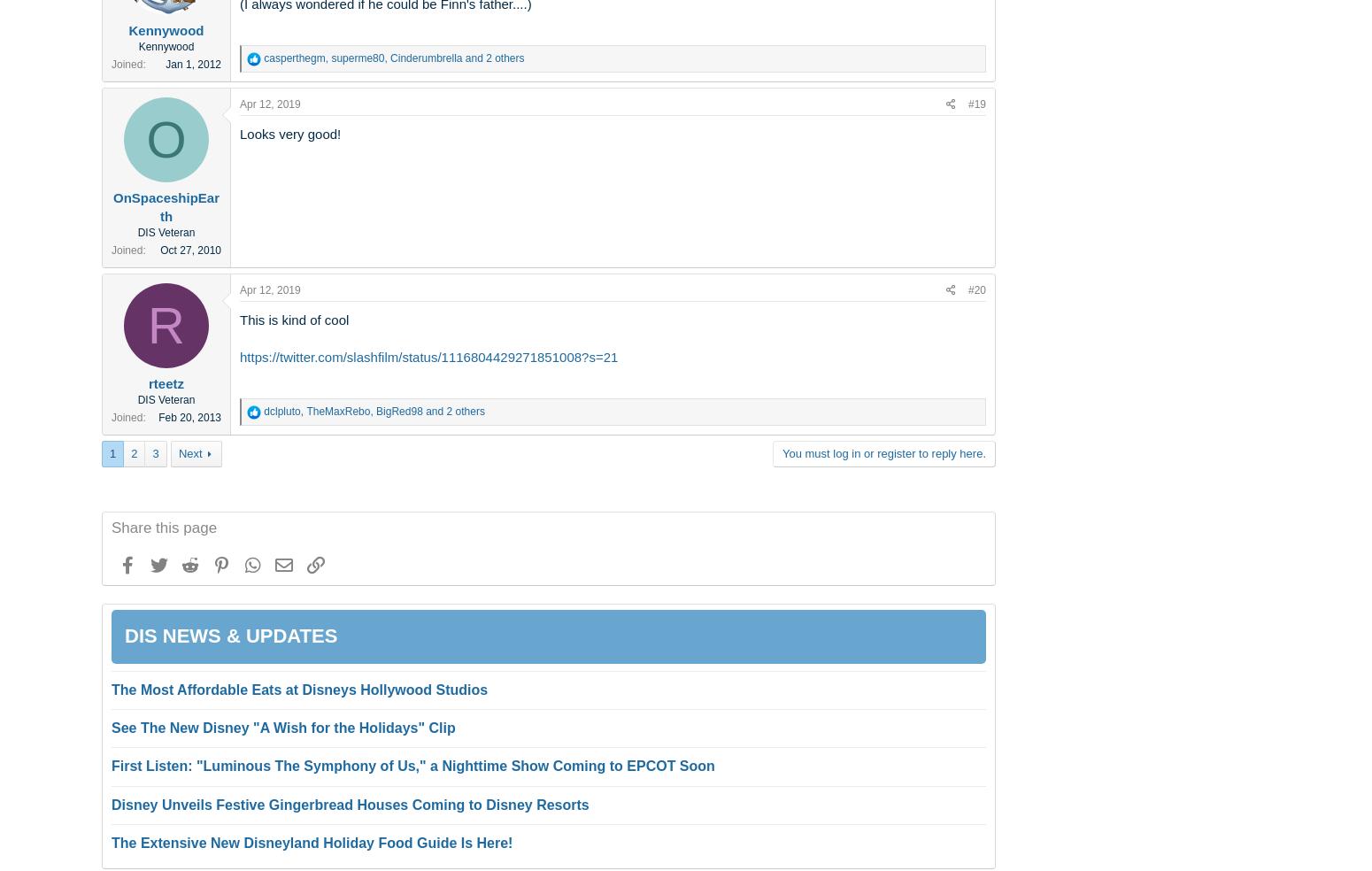 The height and width of the screenshot is (871, 1372). What do you see at coordinates (289, 133) in the screenshot?
I see `'Looks very good!'` at bounding box center [289, 133].